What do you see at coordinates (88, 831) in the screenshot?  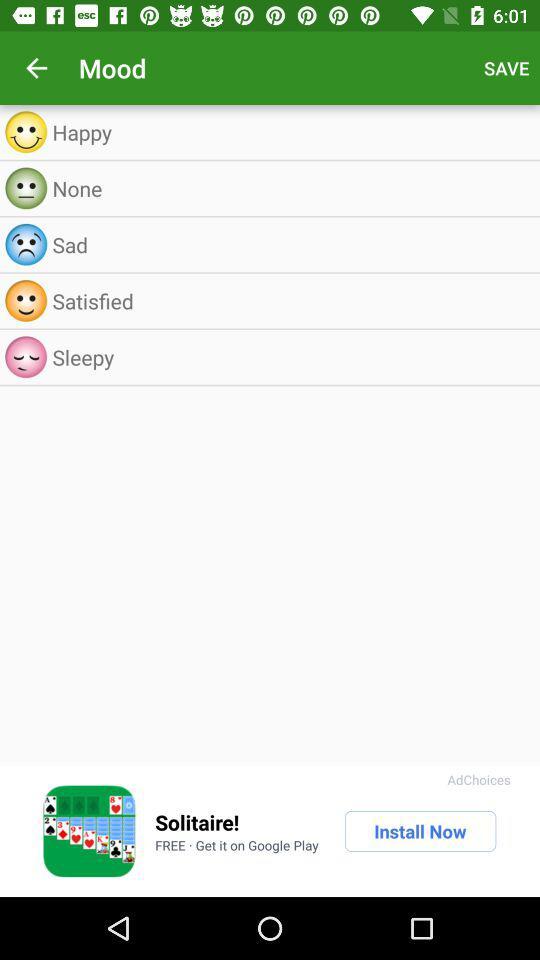 I see `pictures` at bounding box center [88, 831].